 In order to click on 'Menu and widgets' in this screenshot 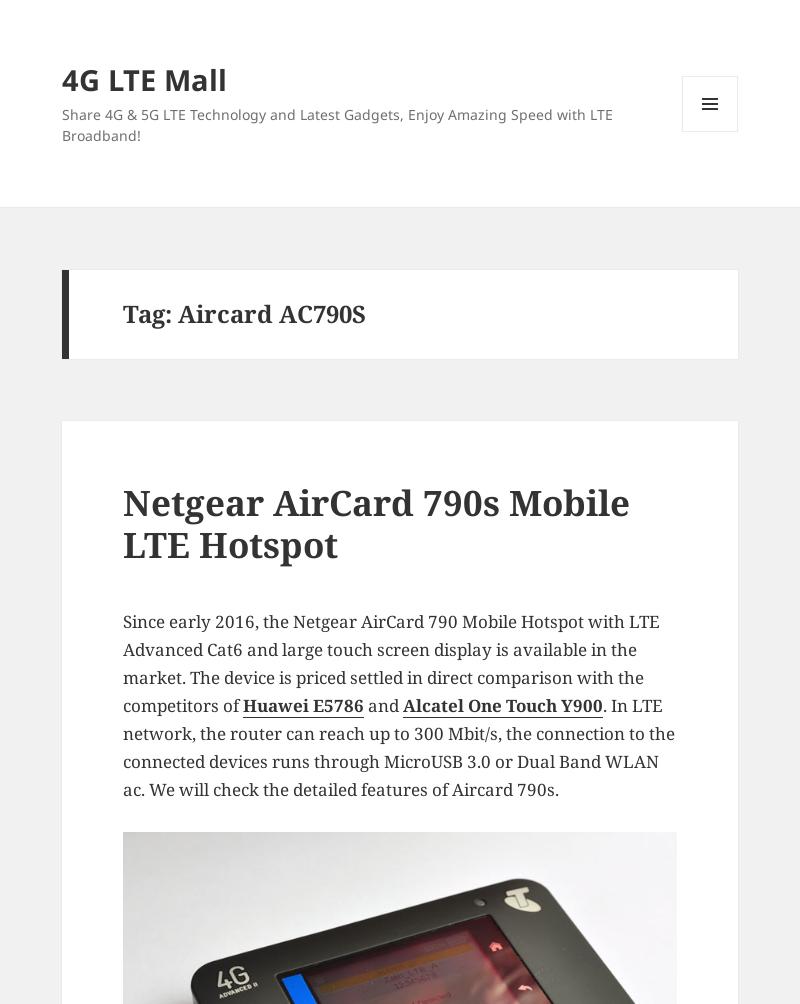, I will do `click(683, 157)`.